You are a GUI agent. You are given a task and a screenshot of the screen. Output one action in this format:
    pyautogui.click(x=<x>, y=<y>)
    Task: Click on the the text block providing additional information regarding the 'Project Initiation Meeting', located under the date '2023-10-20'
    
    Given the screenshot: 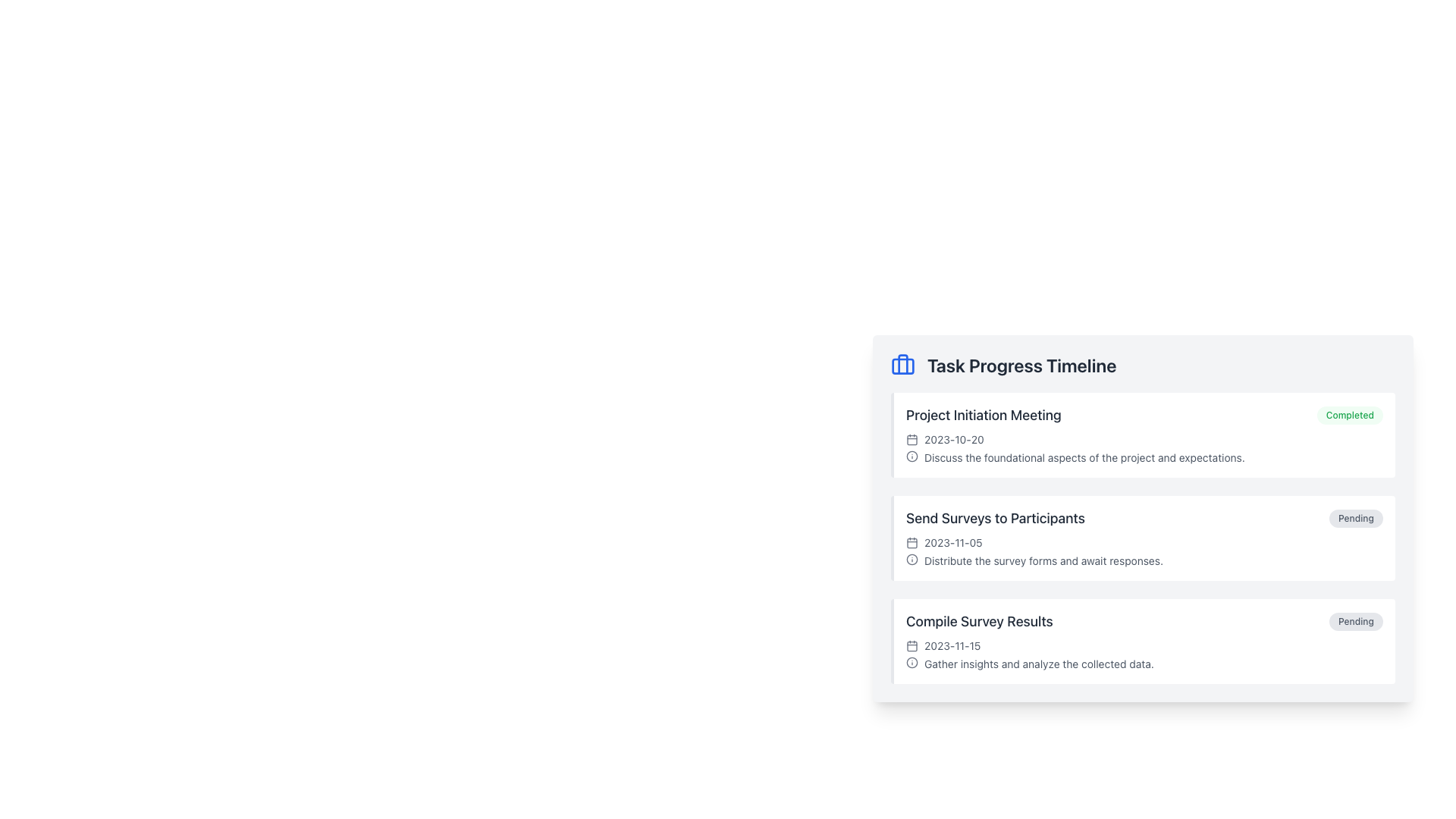 What is the action you would take?
    pyautogui.click(x=1144, y=457)
    